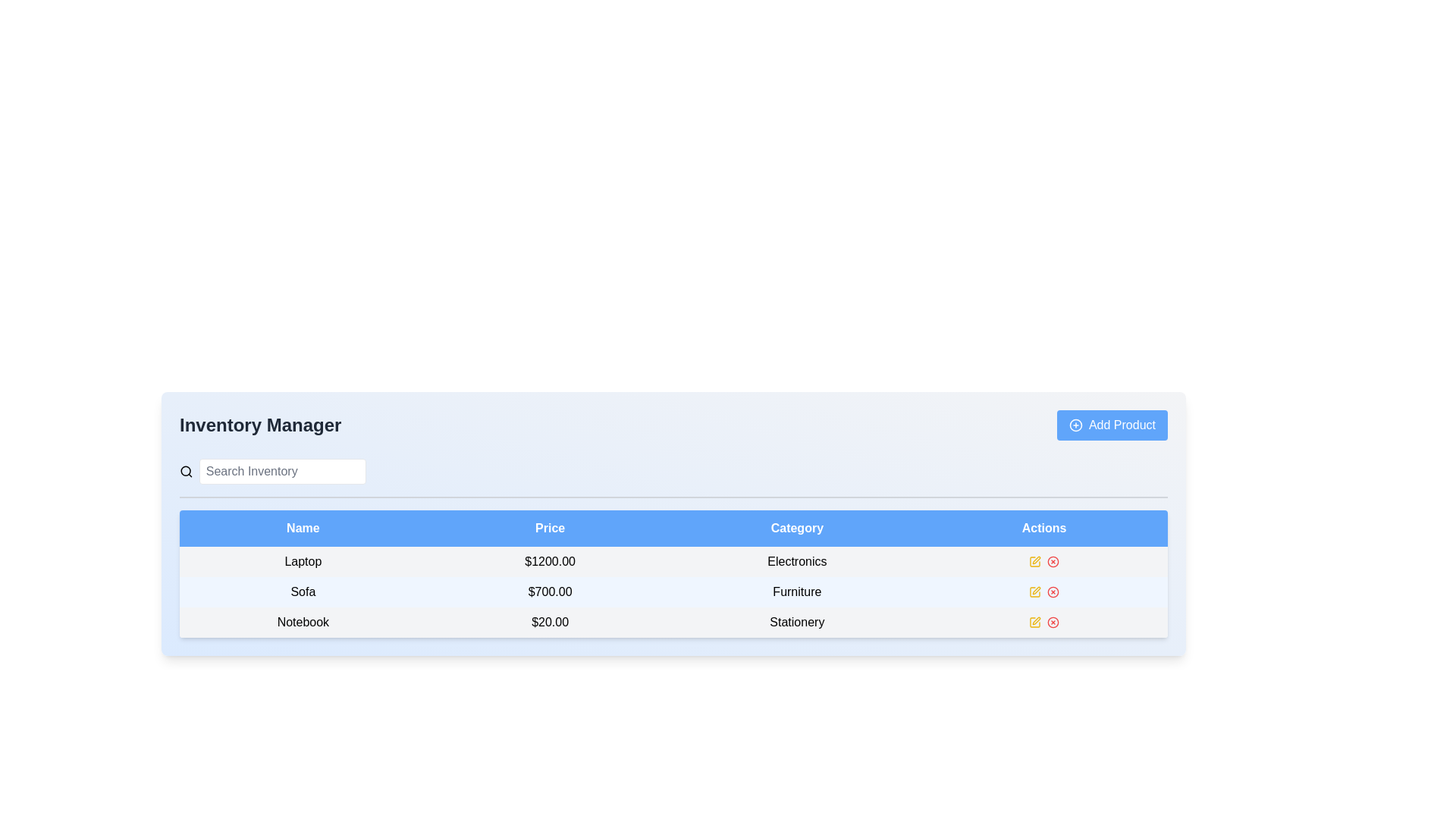  Describe the element at coordinates (673, 591) in the screenshot. I see `the second row of the inventory table that displays item details, specifically located below 'Laptop' and above 'Notebook'` at that location.